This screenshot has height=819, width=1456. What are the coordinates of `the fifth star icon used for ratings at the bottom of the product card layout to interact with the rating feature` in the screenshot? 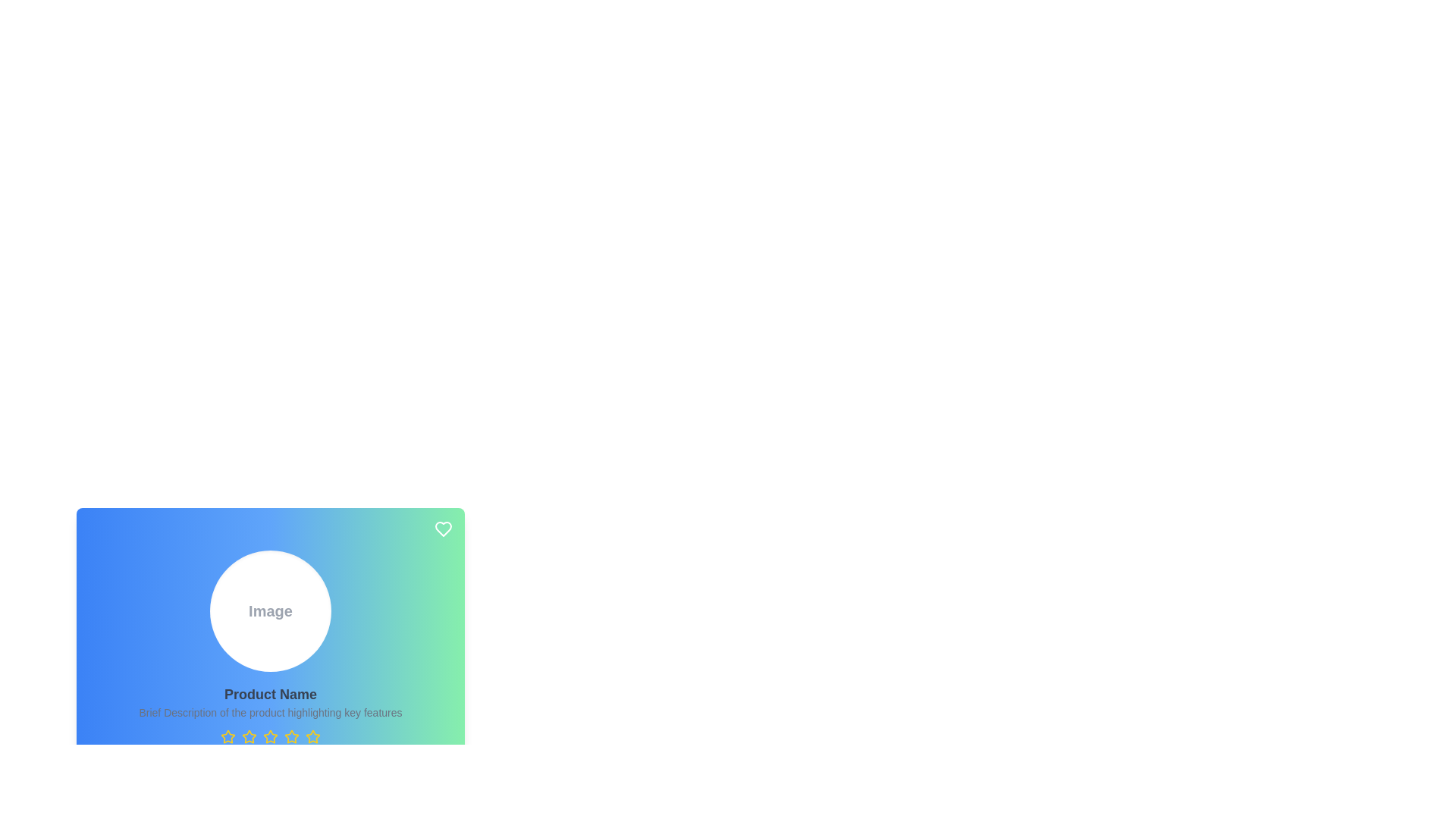 It's located at (312, 736).